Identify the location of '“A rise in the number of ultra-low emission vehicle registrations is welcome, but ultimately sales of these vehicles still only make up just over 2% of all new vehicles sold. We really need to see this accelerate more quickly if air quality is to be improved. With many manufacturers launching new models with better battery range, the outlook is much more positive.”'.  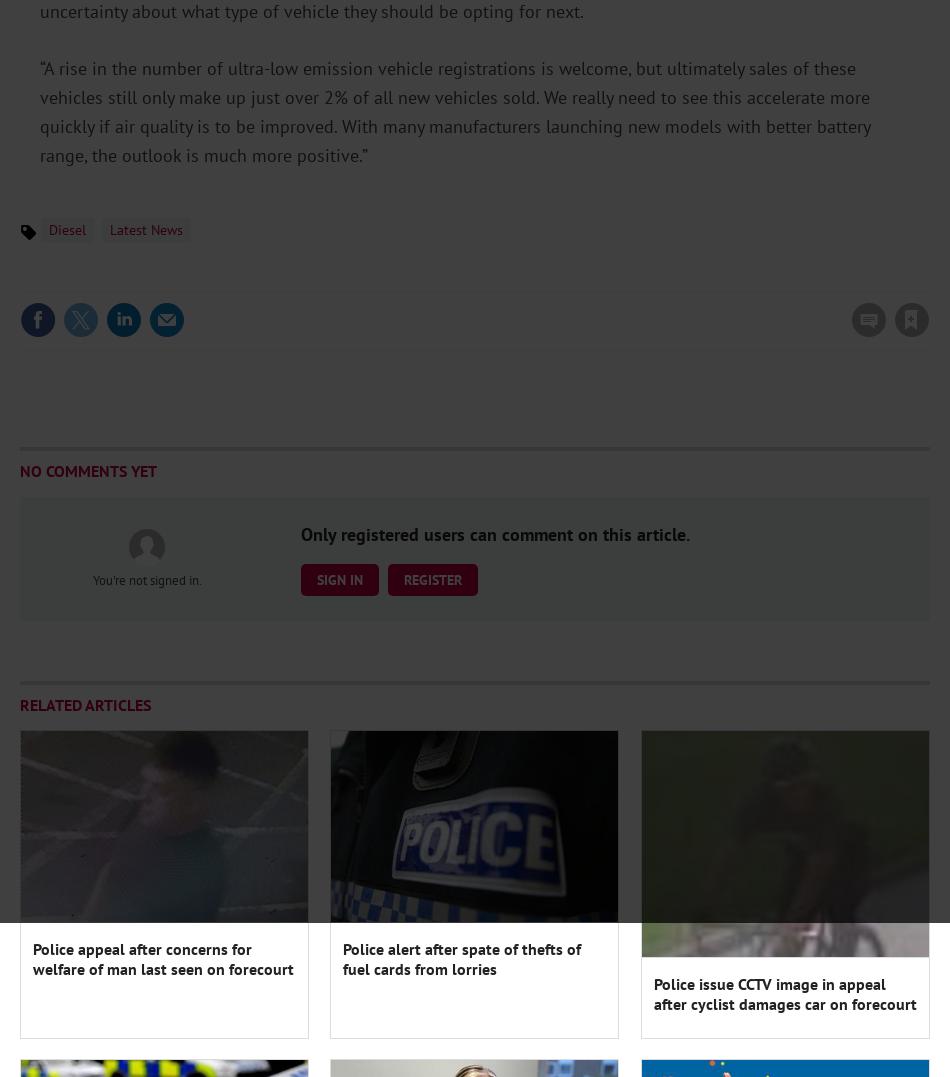
(453, 110).